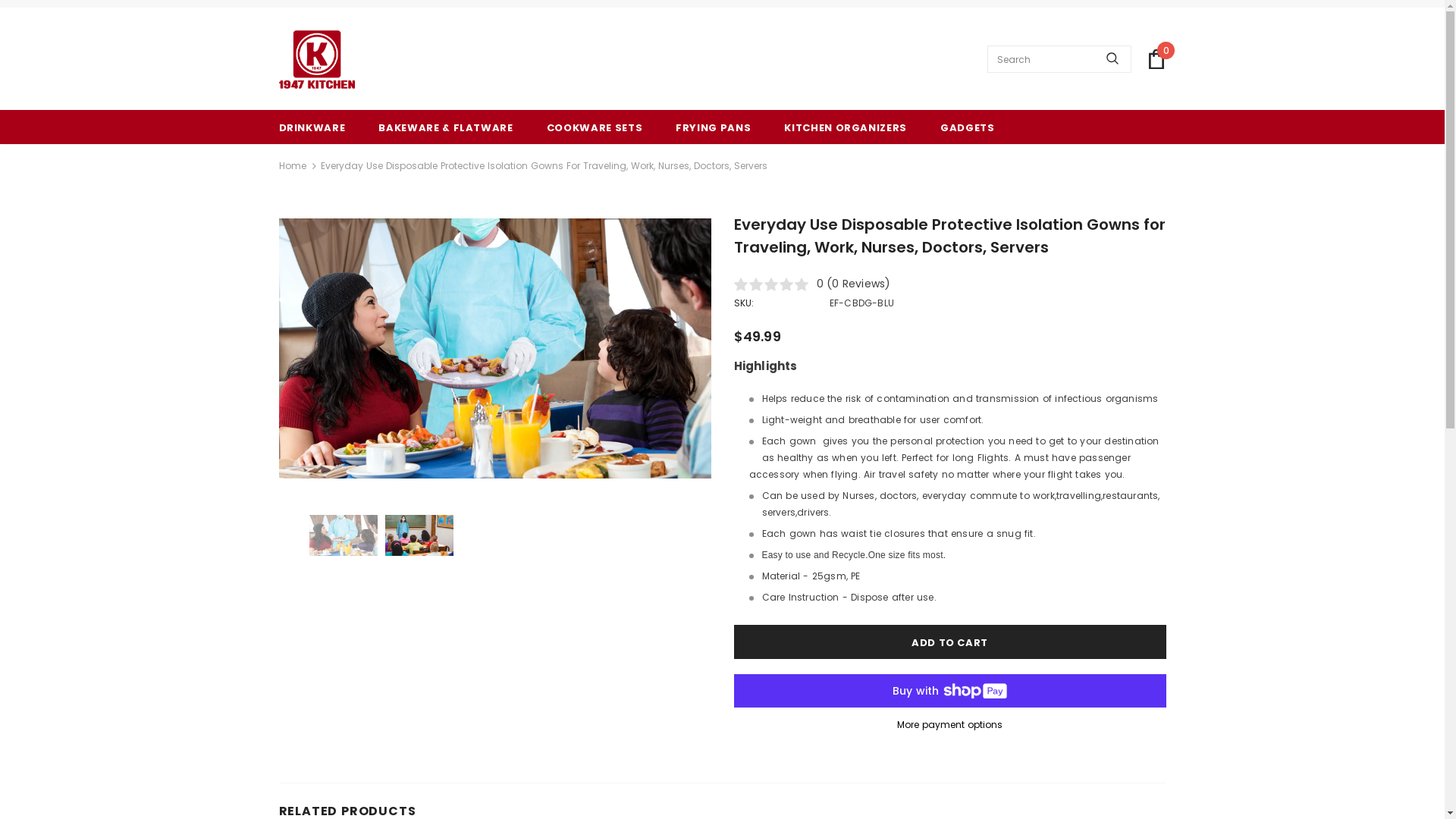 Image resolution: width=1456 pixels, height=819 pixels. I want to click on 'Add to cart', so click(949, 642).